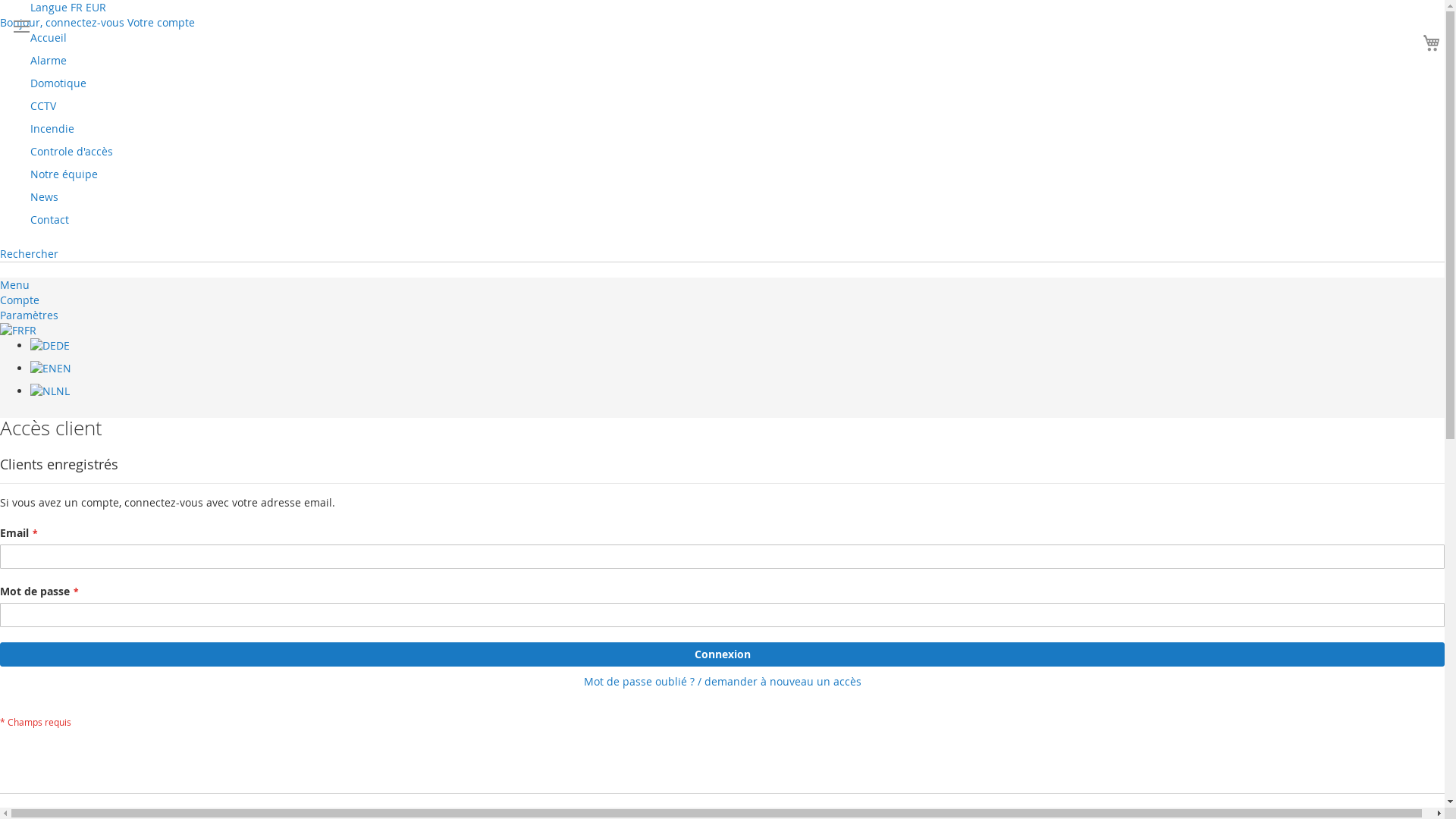  I want to click on 'Rechercher', so click(29, 253).